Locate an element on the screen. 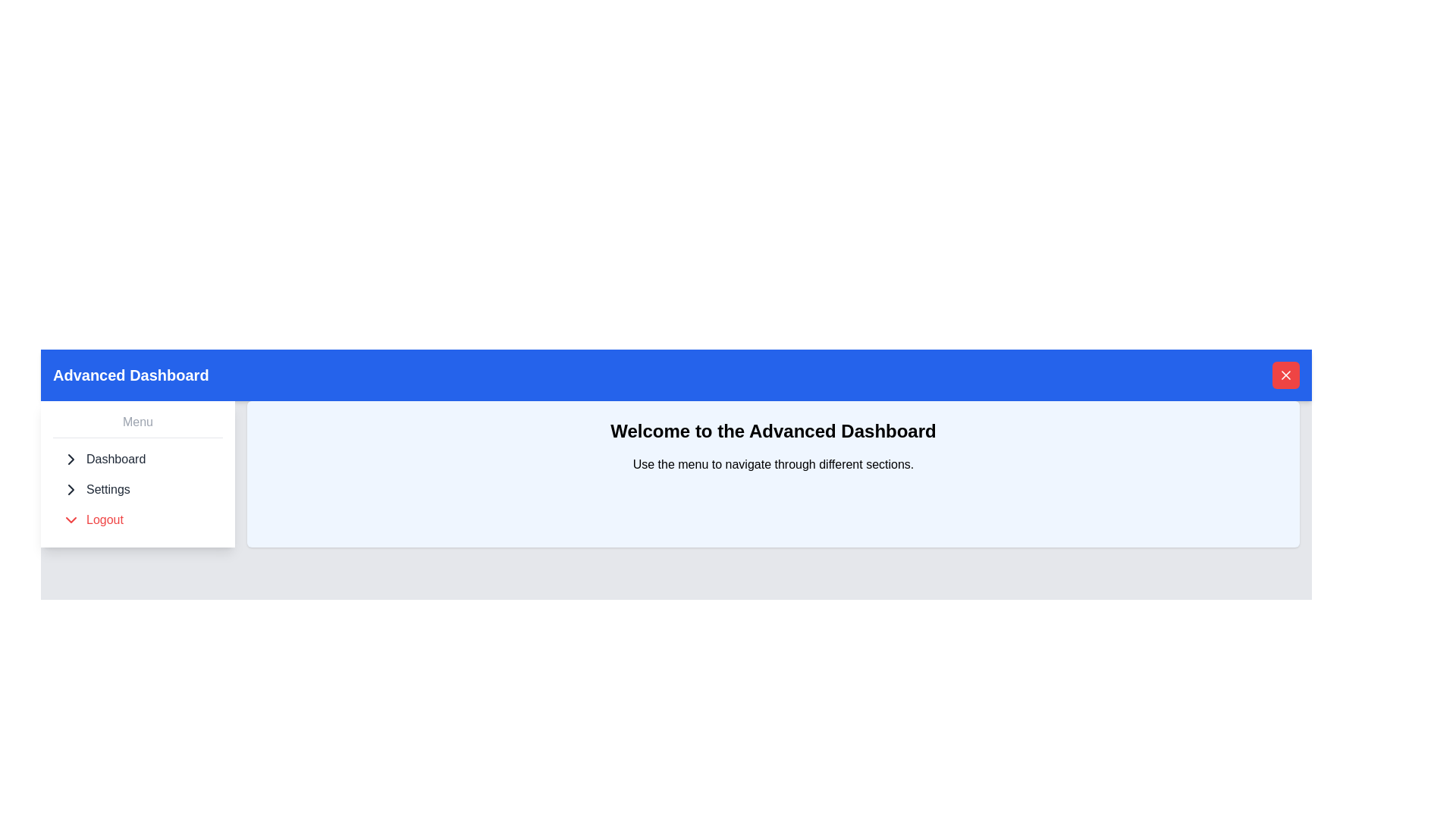 This screenshot has height=819, width=1456. keyboard navigation is located at coordinates (71, 458).